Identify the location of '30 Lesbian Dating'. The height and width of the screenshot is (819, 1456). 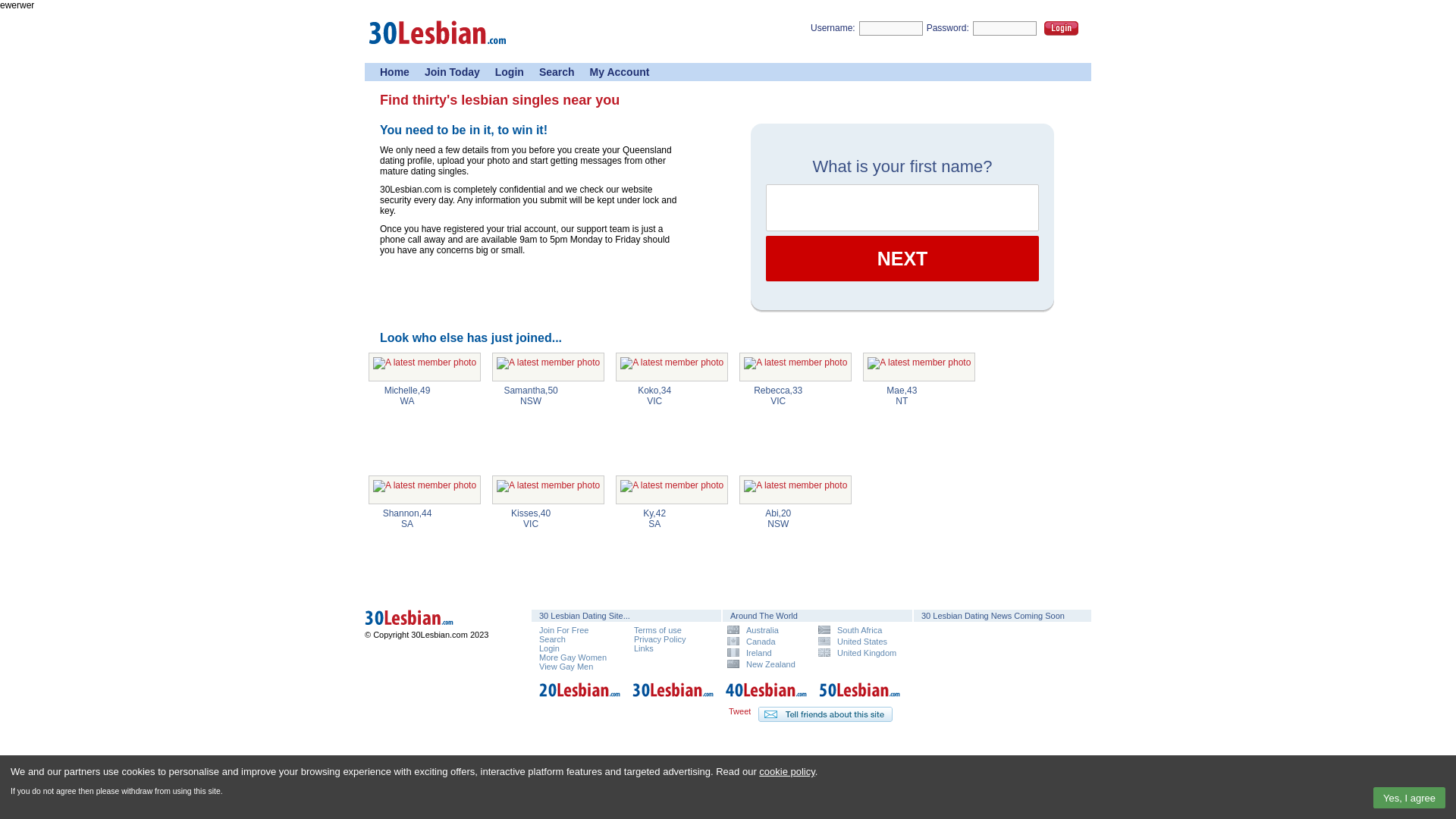
(673, 698).